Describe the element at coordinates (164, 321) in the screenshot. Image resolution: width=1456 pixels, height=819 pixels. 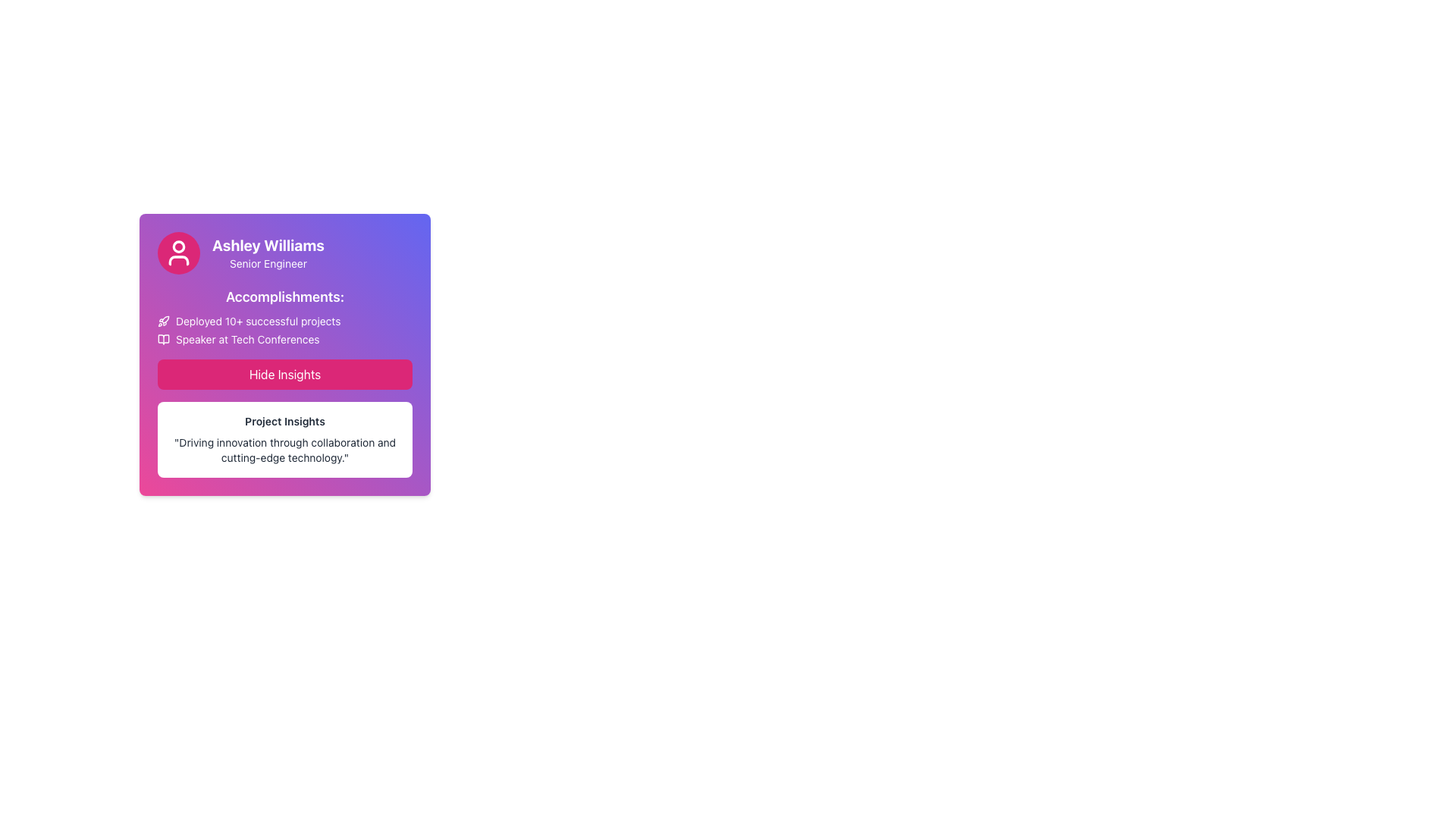
I see `the SVG graphics icon representing a rocket located to the left of the text 'Deployed 10+ successful projects' in Ashley Williams' profile card` at that location.